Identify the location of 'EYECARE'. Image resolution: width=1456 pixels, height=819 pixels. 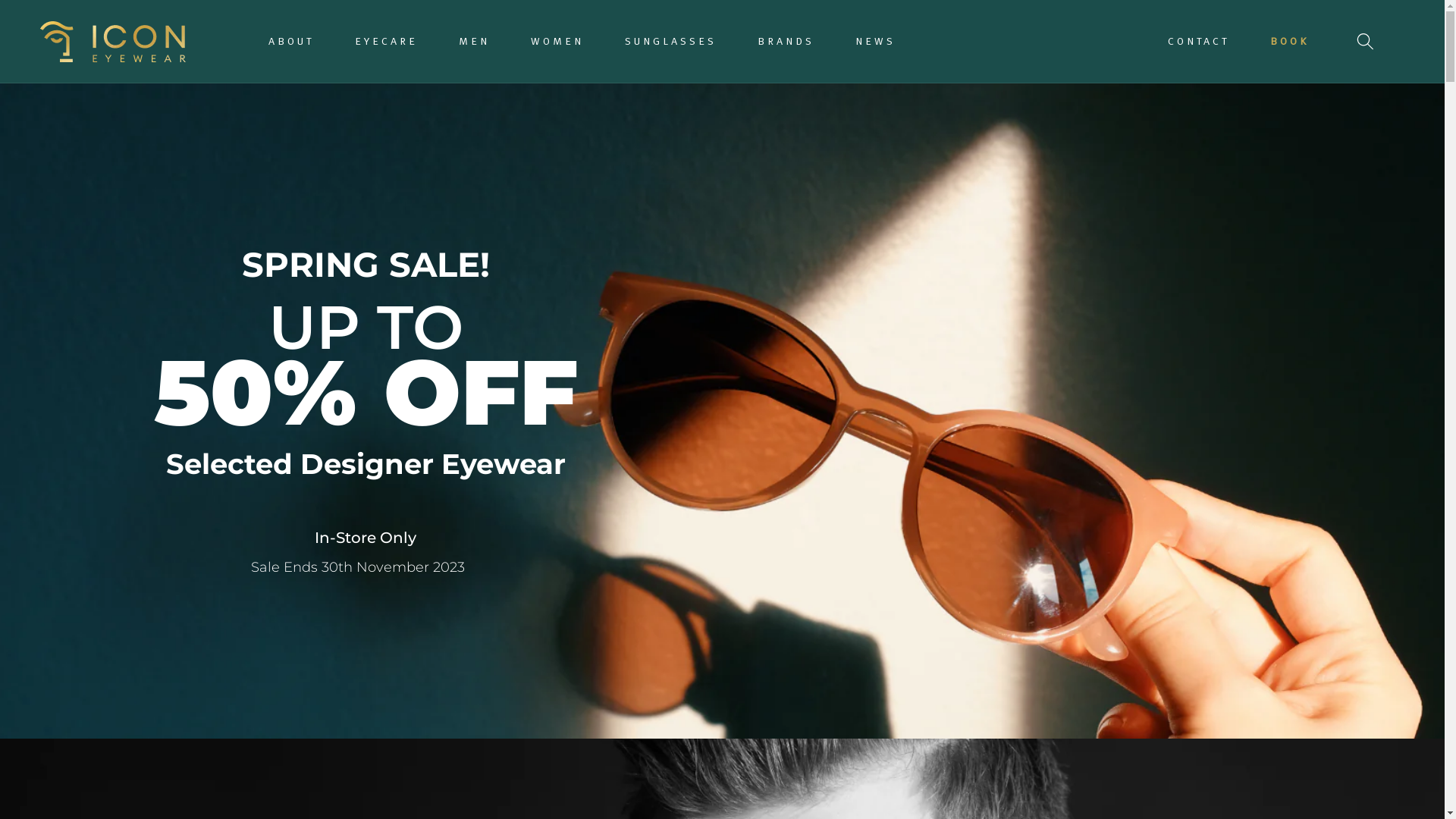
(386, 40).